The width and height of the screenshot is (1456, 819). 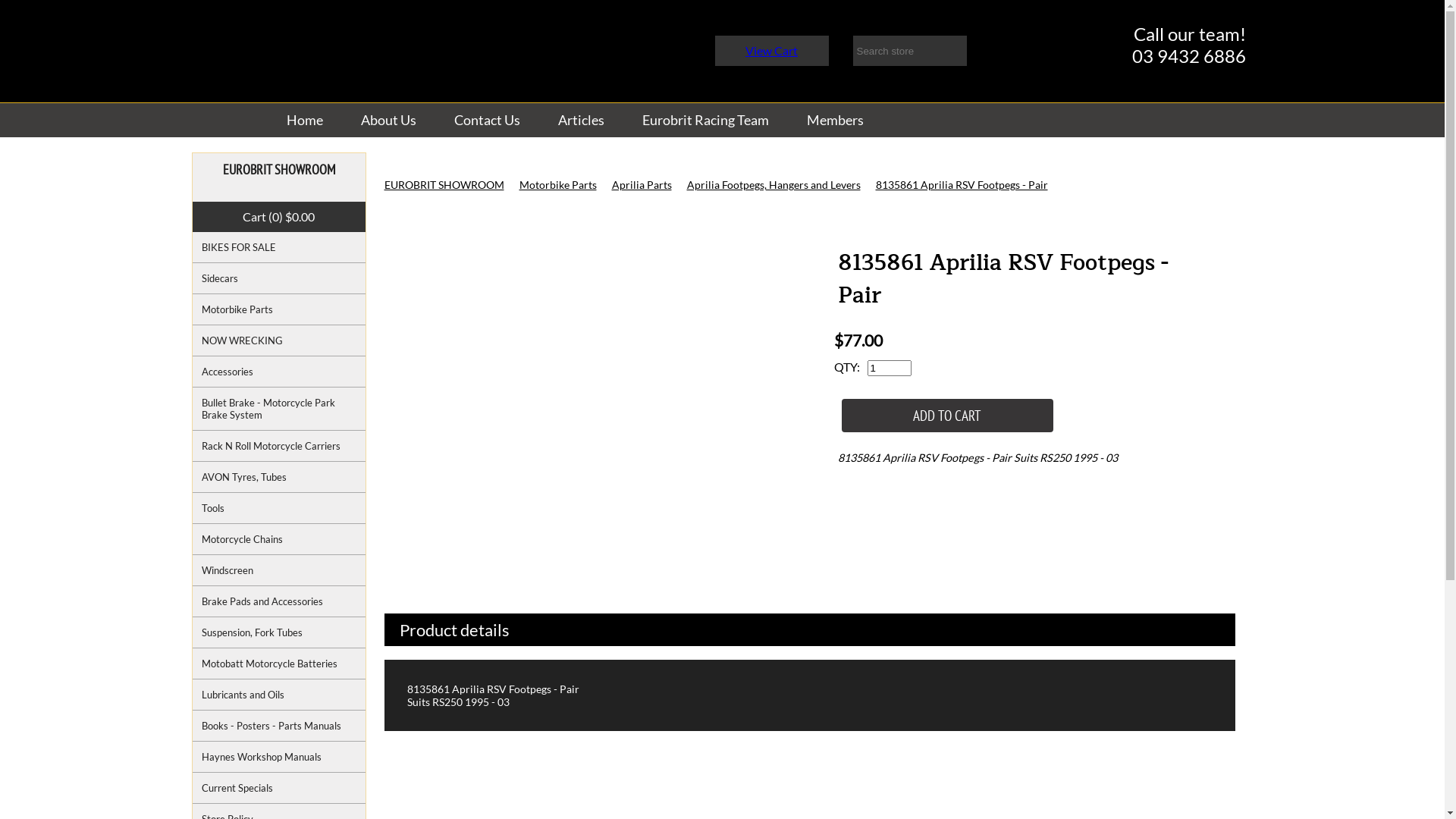 What do you see at coordinates (279, 246) in the screenshot?
I see `'BIKES FOR SALE'` at bounding box center [279, 246].